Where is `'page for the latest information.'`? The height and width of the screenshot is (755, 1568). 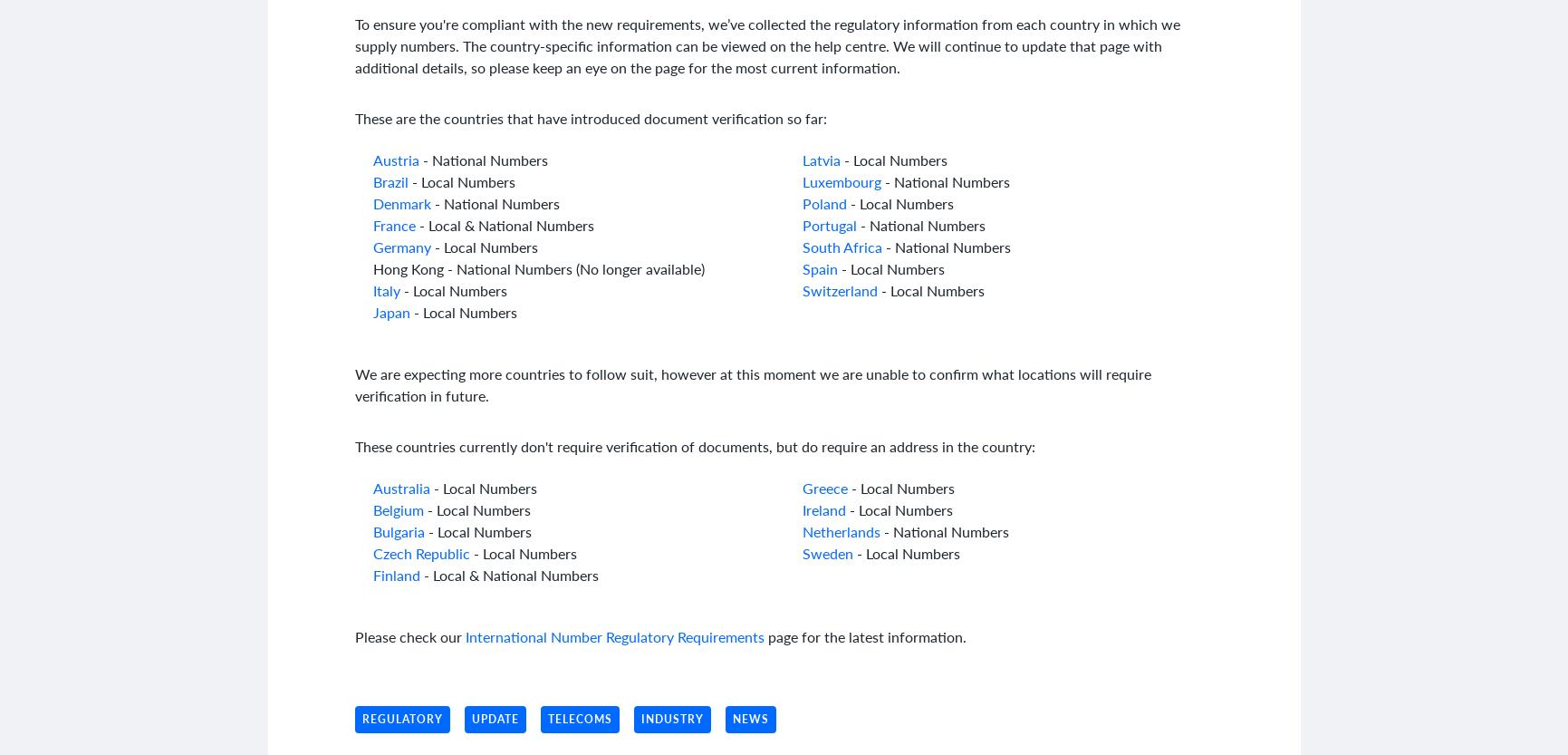 'page for the latest information.' is located at coordinates (863, 635).